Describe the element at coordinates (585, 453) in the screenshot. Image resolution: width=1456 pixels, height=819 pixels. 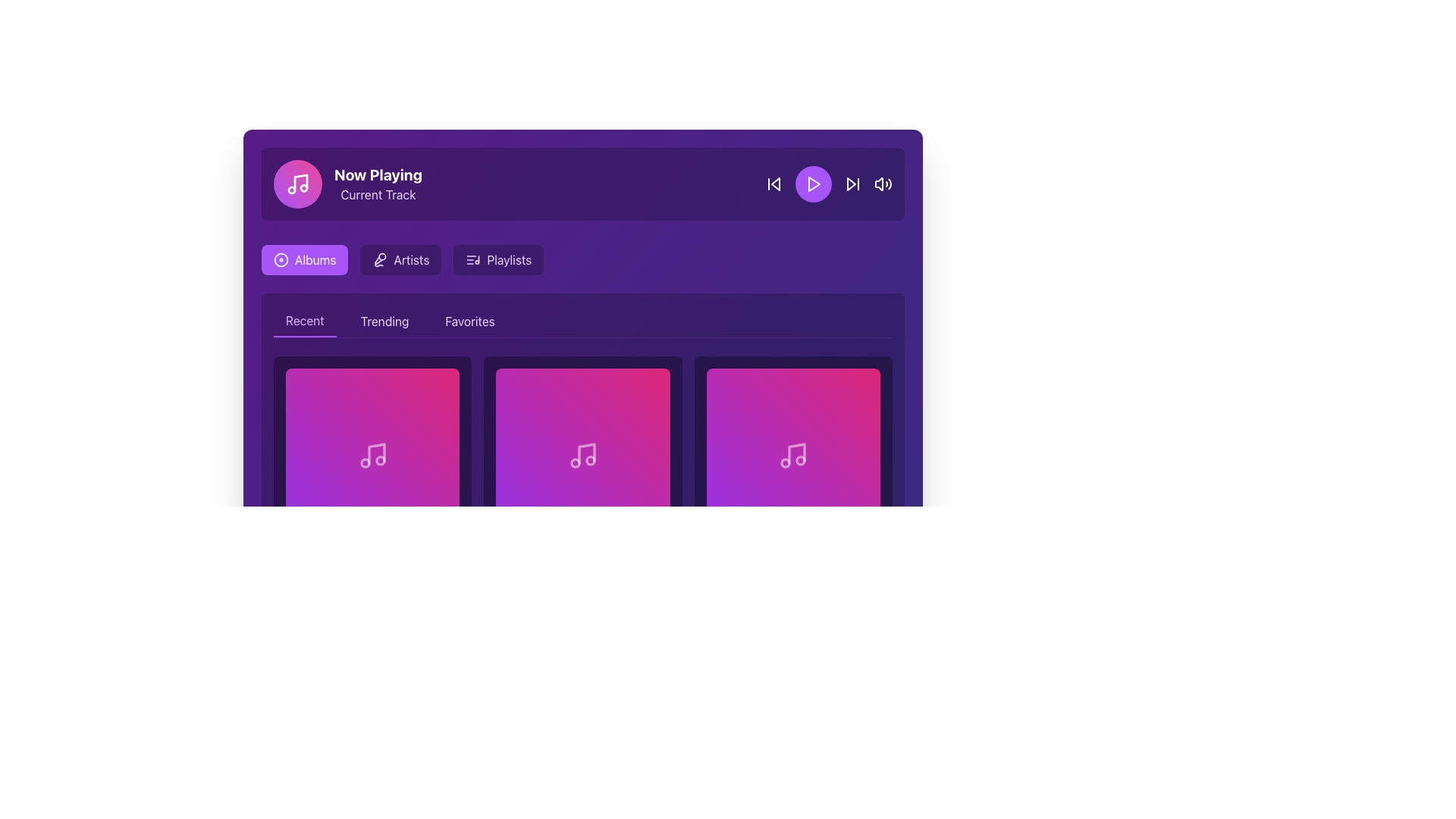
I see `the vertical line element resembling a musical note's stem and flag within the preview card` at that location.